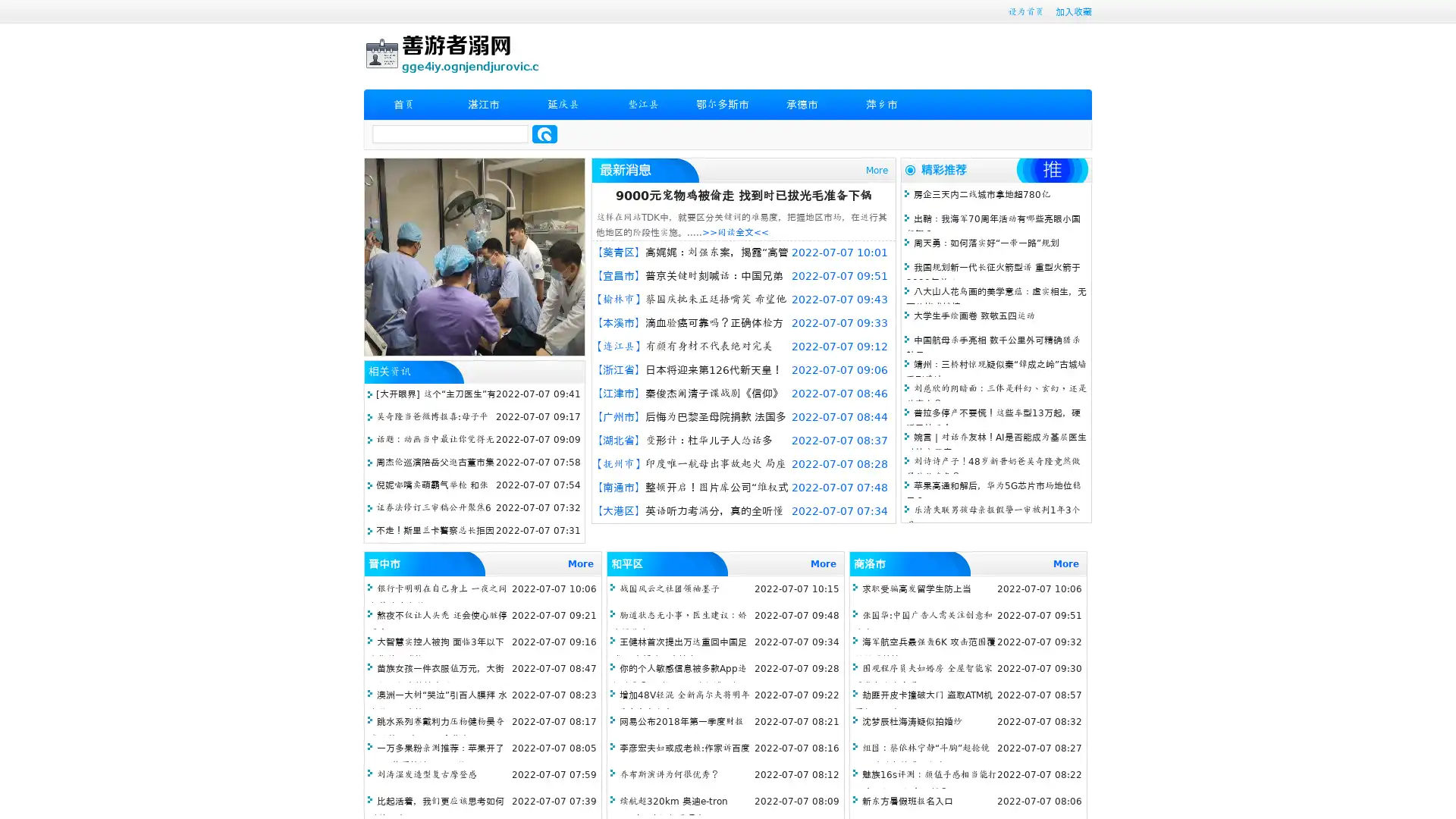 Image resolution: width=1456 pixels, height=819 pixels. Describe the element at coordinates (544, 133) in the screenshot. I see `Search` at that location.